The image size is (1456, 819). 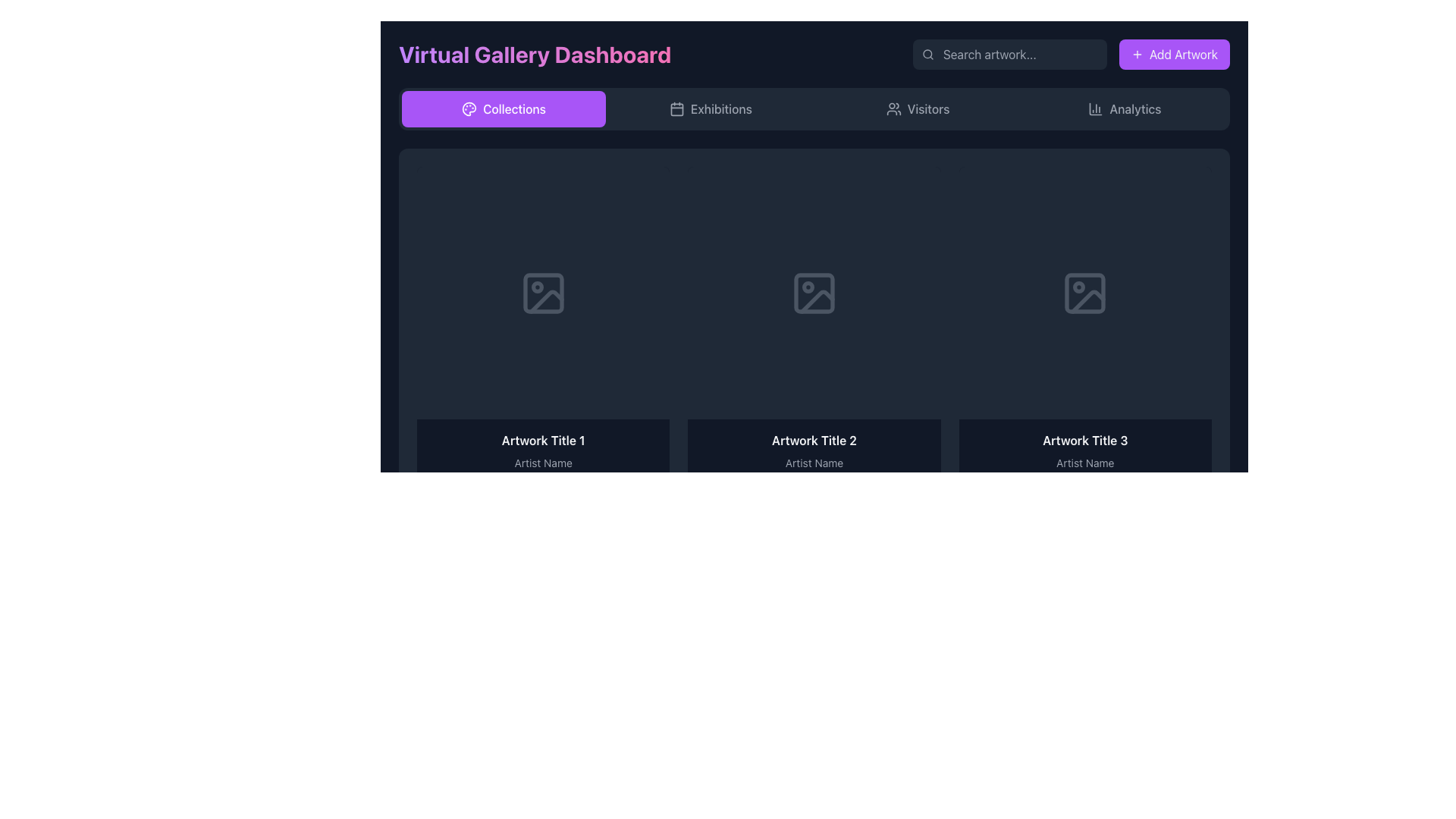 I want to click on the circular indicator icon located in the first image placeholder from the left in the dashboard's main gallery, so click(x=537, y=287).